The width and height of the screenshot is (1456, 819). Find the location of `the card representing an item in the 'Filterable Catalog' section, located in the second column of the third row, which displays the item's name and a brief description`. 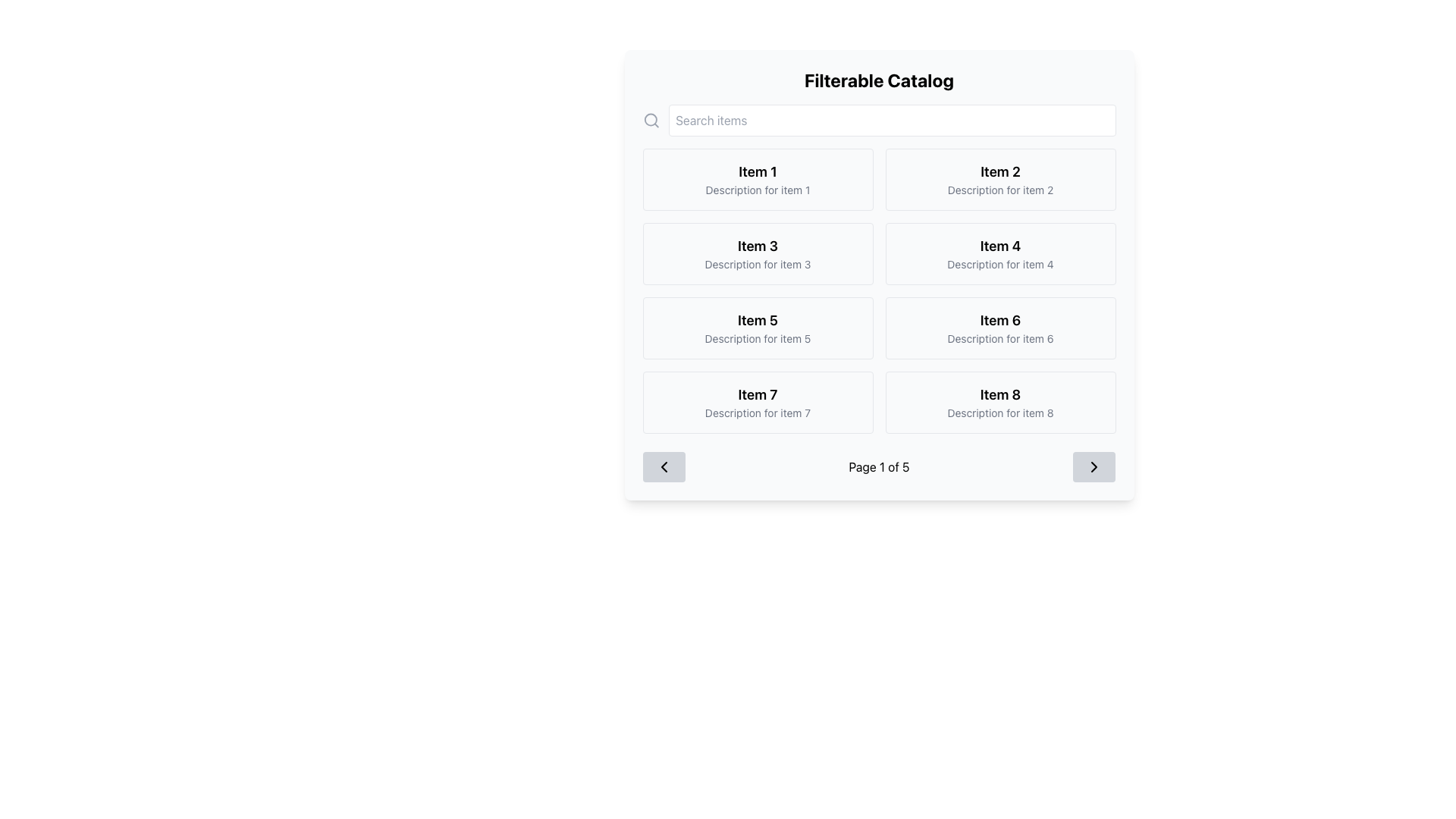

the card representing an item in the 'Filterable Catalog' section, located in the second column of the third row, which displays the item's name and a brief description is located at coordinates (1000, 327).